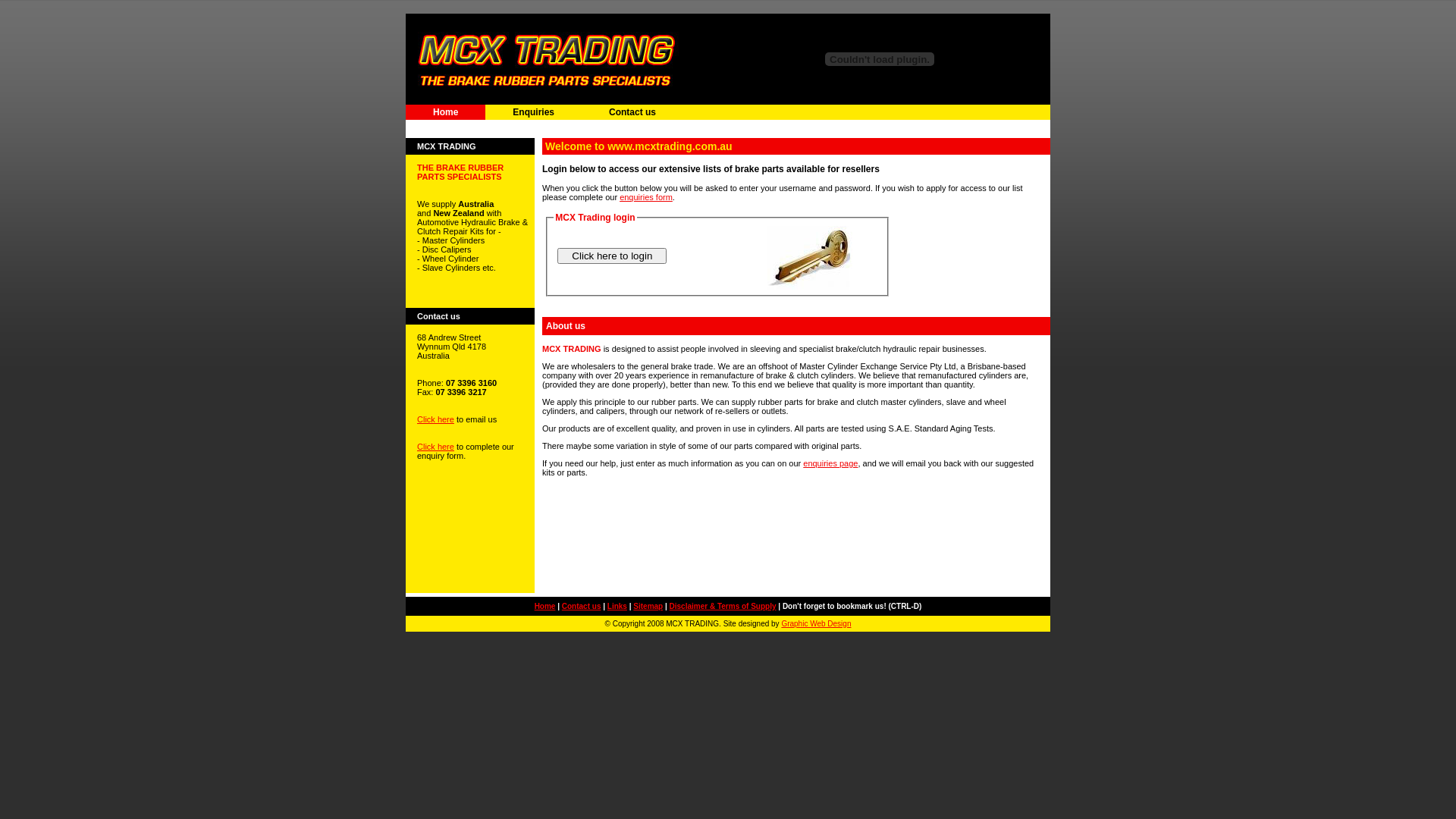 Image resolution: width=1456 pixels, height=819 pixels. What do you see at coordinates (535, 605) in the screenshot?
I see `'Home'` at bounding box center [535, 605].